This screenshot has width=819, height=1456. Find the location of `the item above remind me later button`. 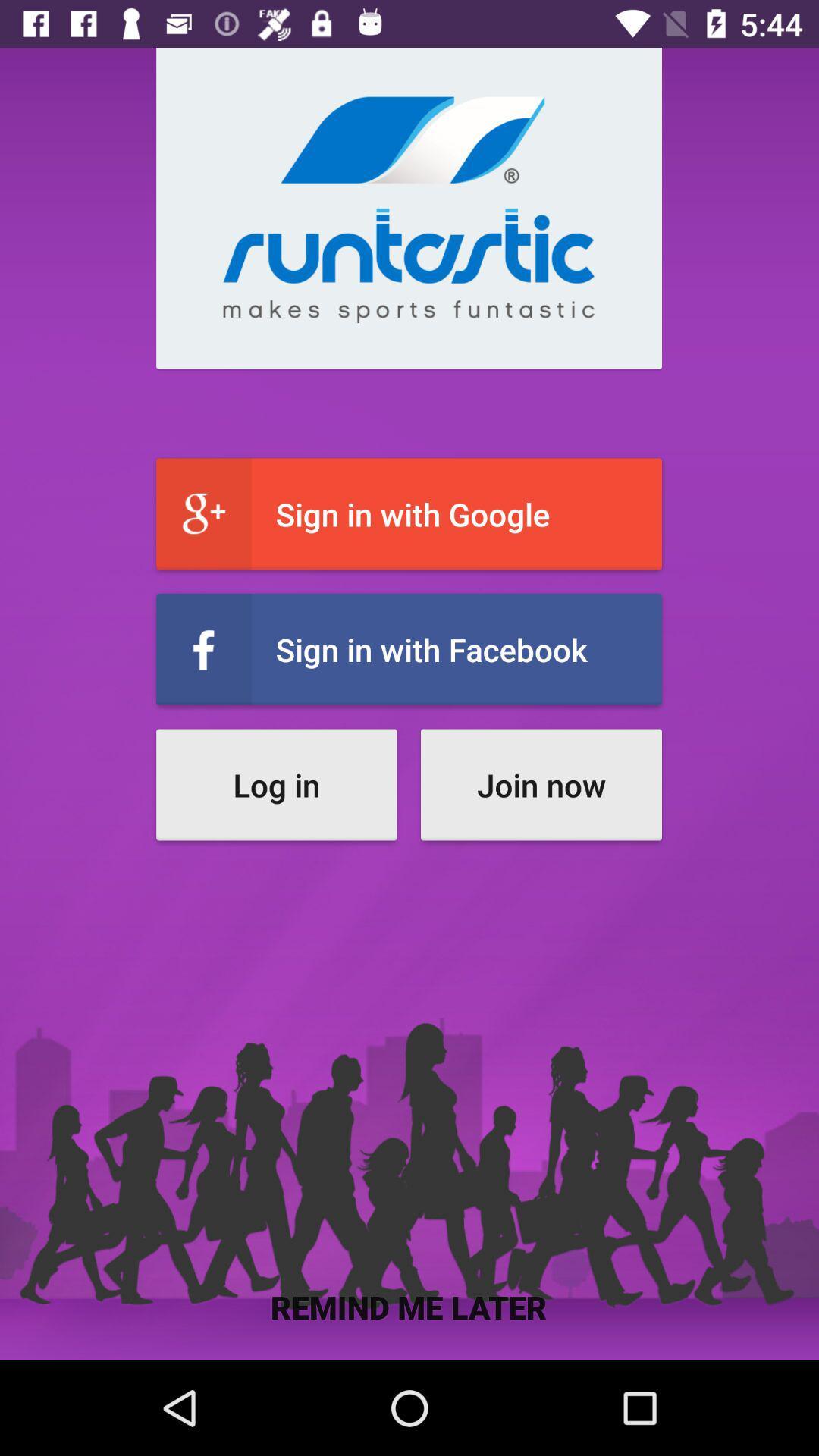

the item above remind me later button is located at coordinates (540, 785).